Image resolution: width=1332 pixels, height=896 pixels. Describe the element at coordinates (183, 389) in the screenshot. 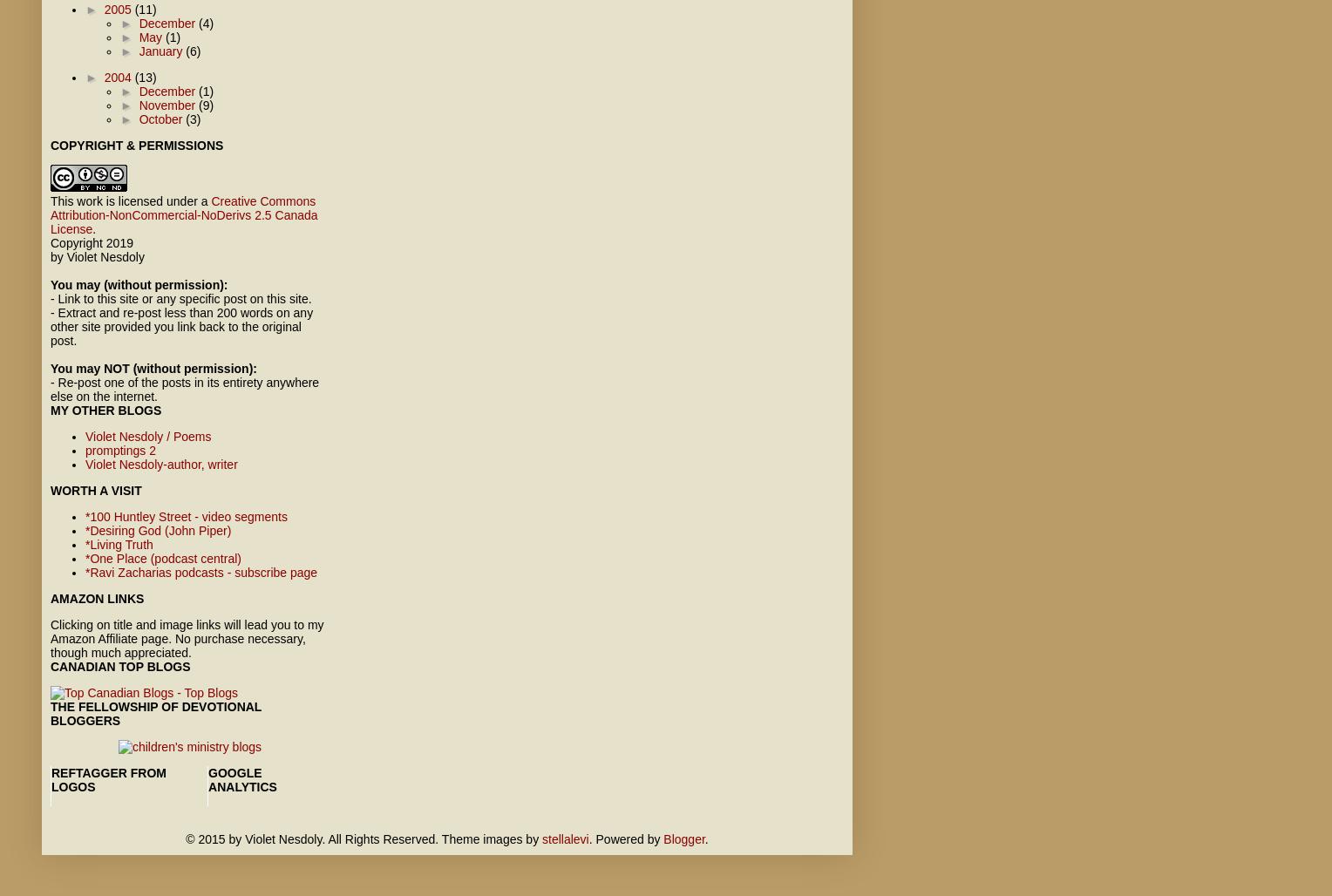

I see `'- Re-post one of the posts in its entirety anywhere else on the internet.'` at that location.